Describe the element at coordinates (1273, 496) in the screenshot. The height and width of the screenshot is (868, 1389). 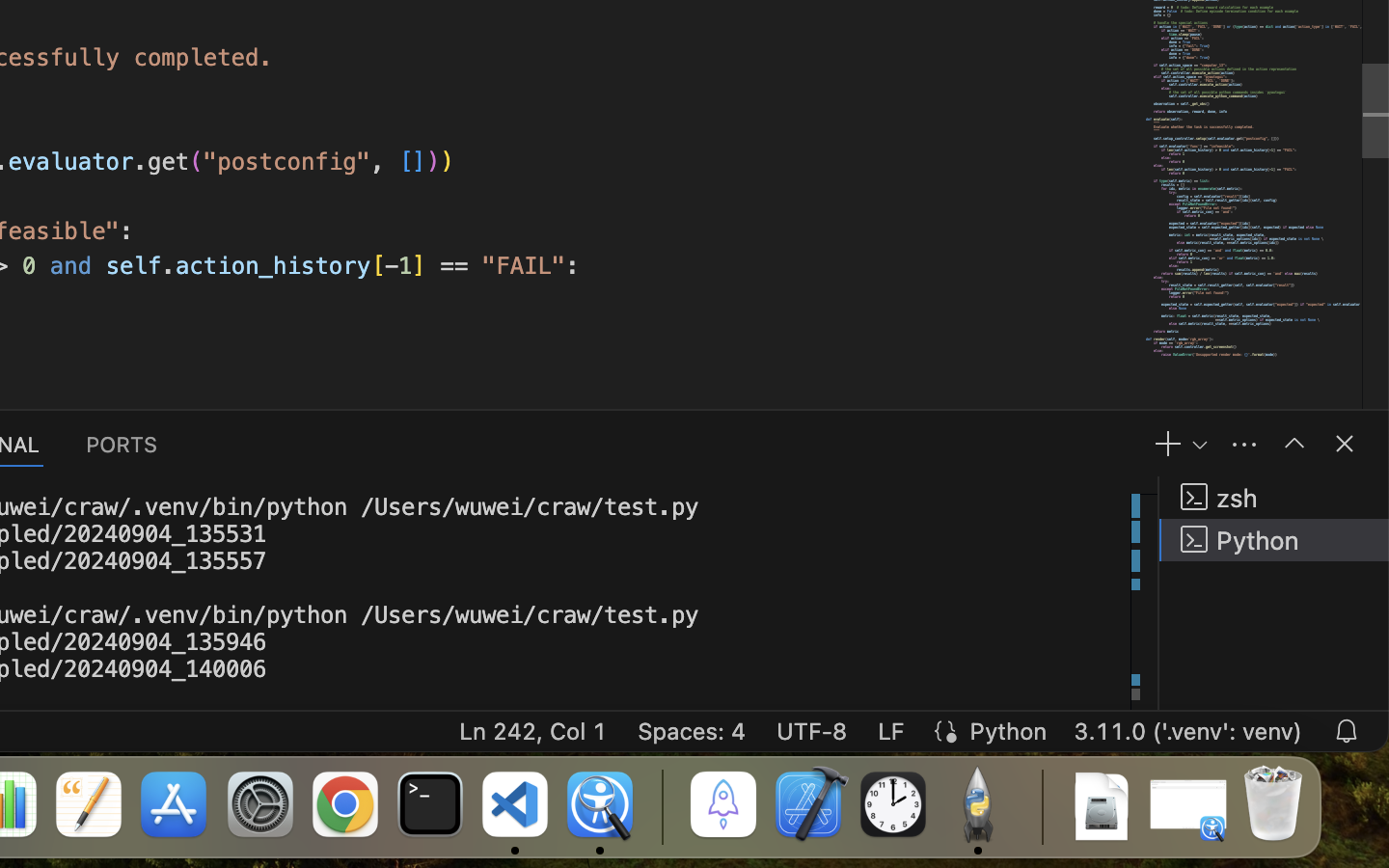
I see `'zsh '` at that location.